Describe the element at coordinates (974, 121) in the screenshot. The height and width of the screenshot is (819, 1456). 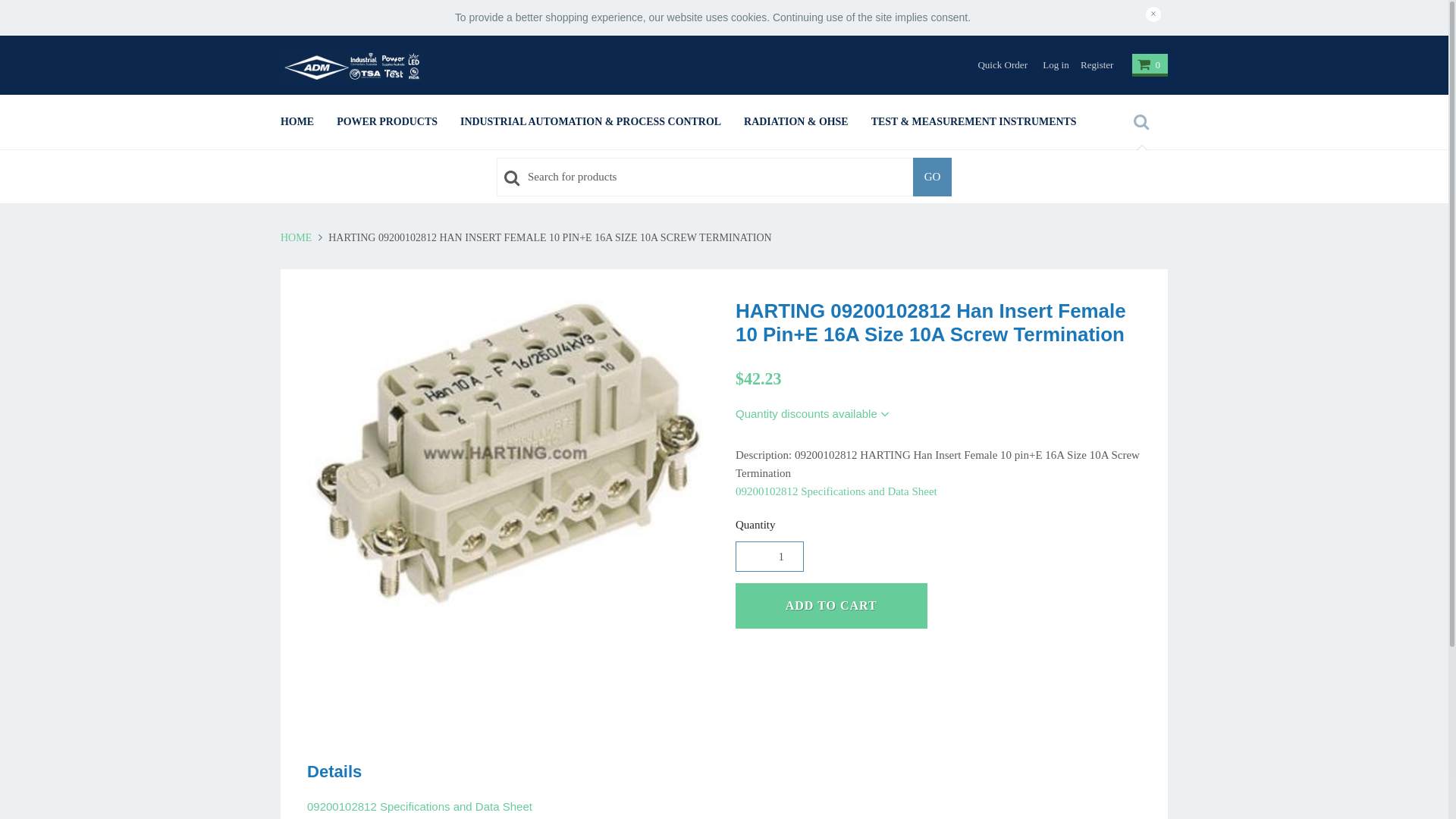
I see `'TEST & MEASUREMENT INSTRUMENTS'` at that location.